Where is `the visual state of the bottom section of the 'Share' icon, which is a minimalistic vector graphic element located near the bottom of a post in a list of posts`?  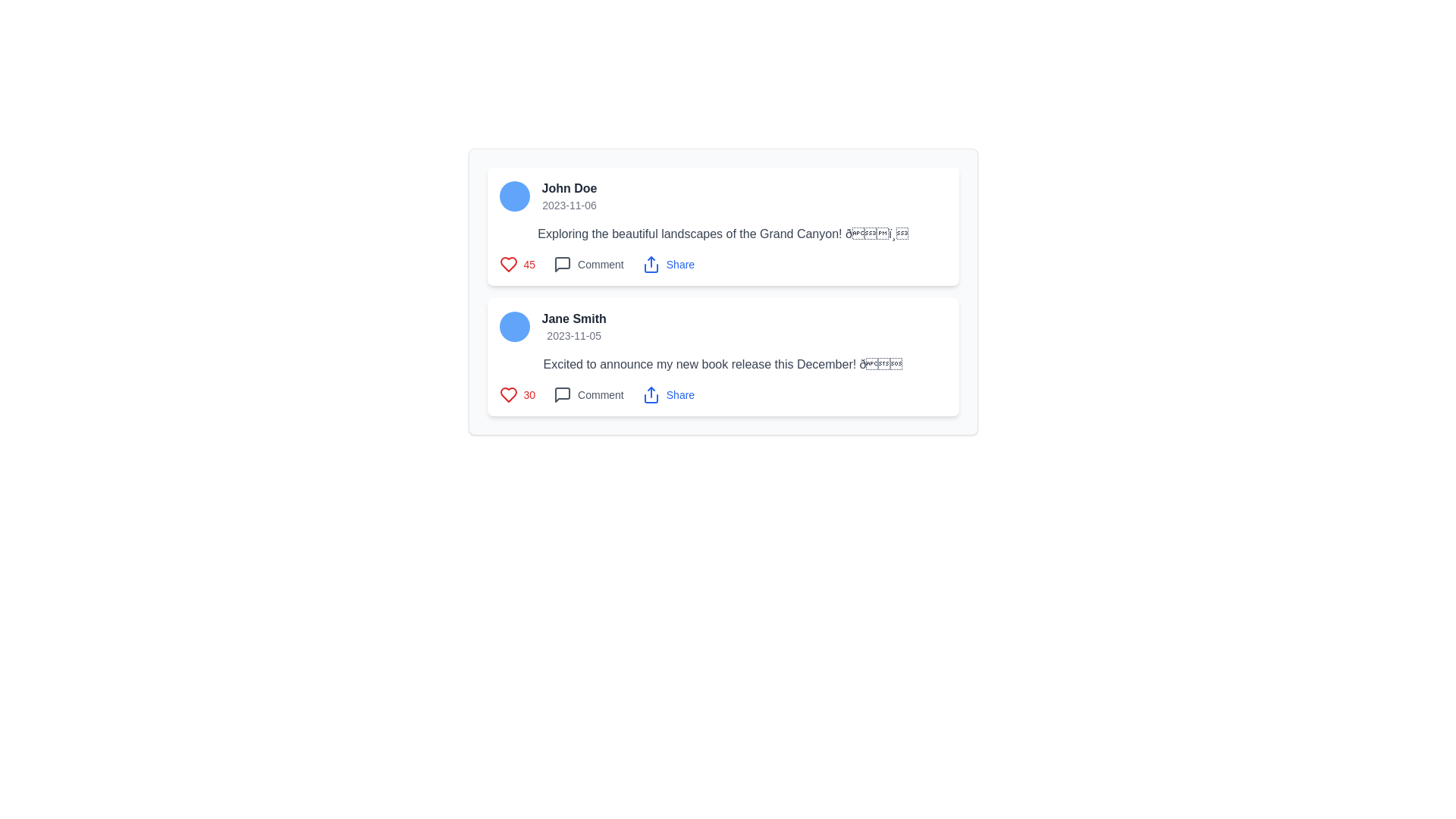 the visual state of the bottom section of the 'Share' icon, which is a minimalistic vector graphic element located near the bottom of a post in a list of posts is located at coordinates (651, 268).